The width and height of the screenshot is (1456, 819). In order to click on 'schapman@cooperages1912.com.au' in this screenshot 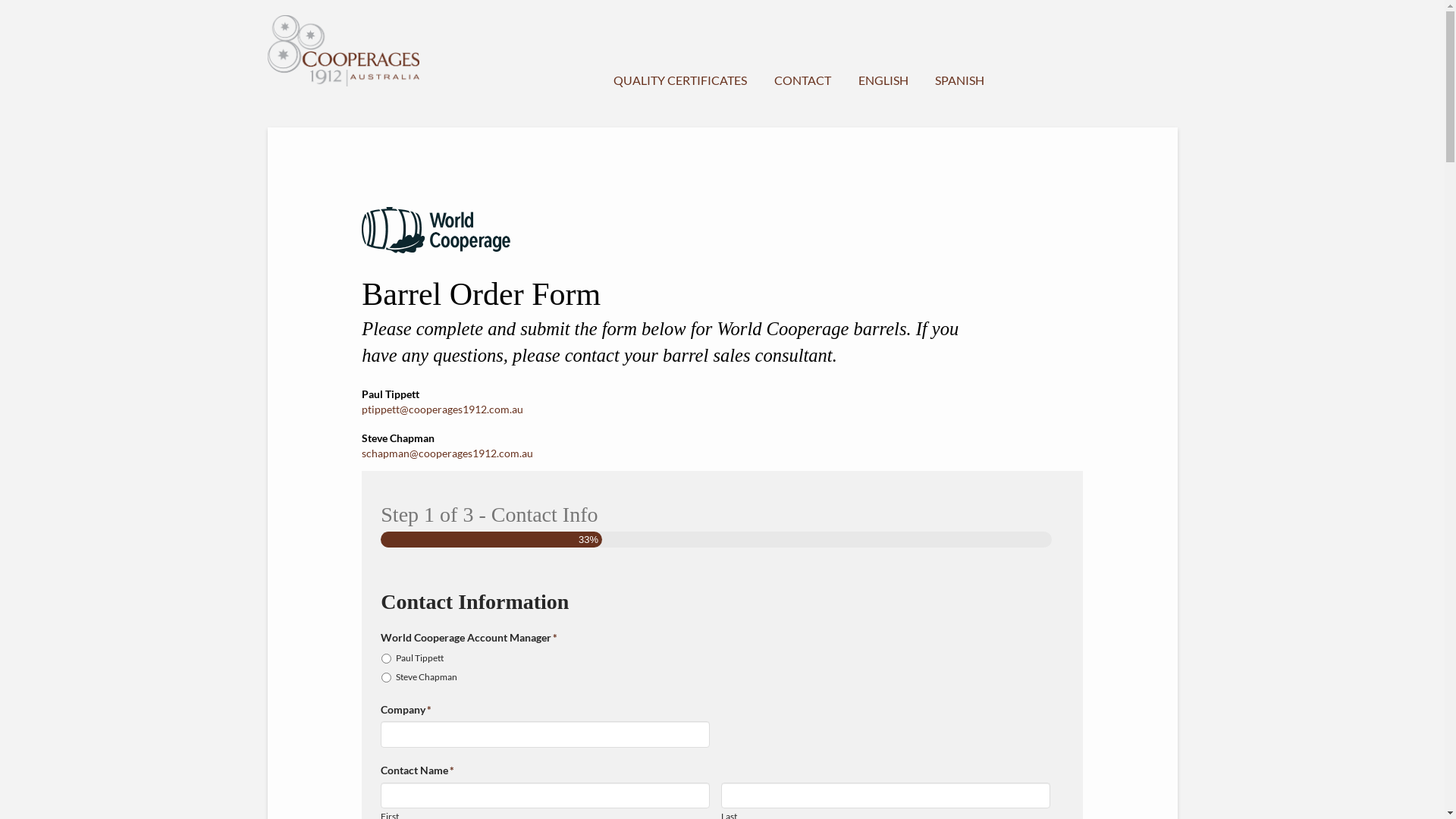, I will do `click(447, 452)`.